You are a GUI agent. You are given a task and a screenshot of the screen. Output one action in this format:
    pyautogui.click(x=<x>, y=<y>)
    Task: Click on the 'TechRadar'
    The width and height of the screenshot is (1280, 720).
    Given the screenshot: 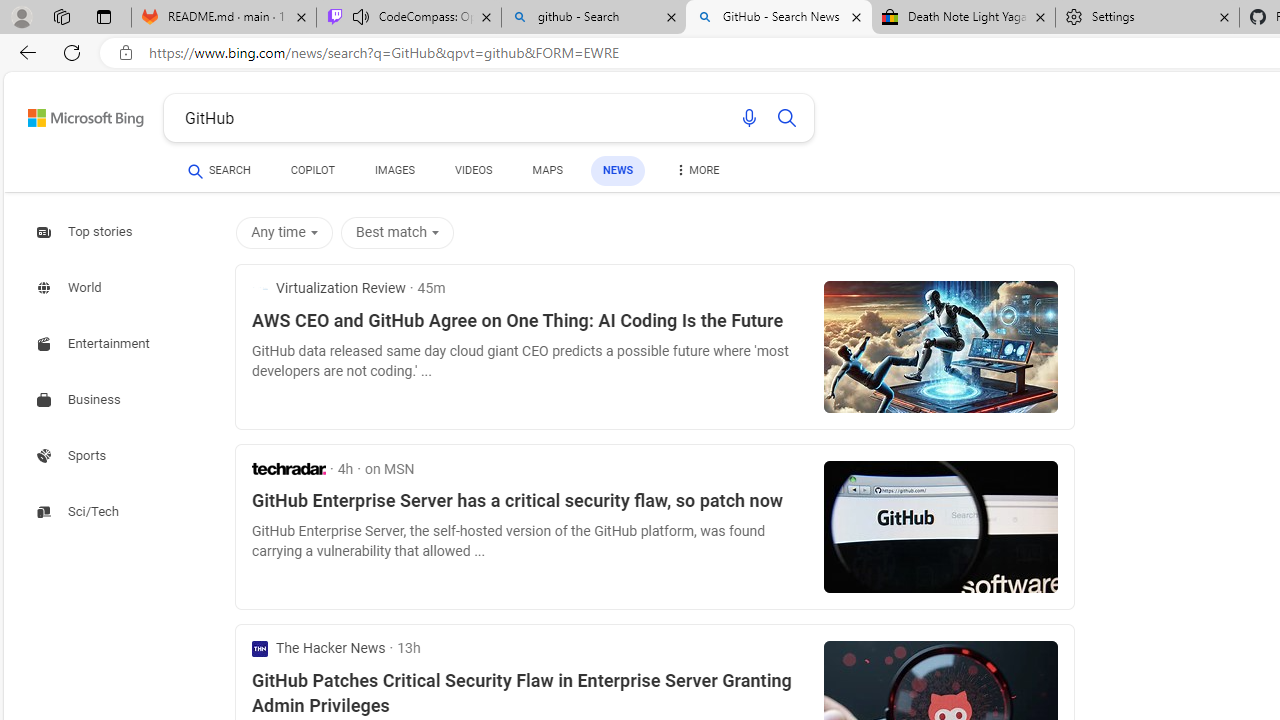 What is the action you would take?
    pyautogui.click(x=288, y=468)
    